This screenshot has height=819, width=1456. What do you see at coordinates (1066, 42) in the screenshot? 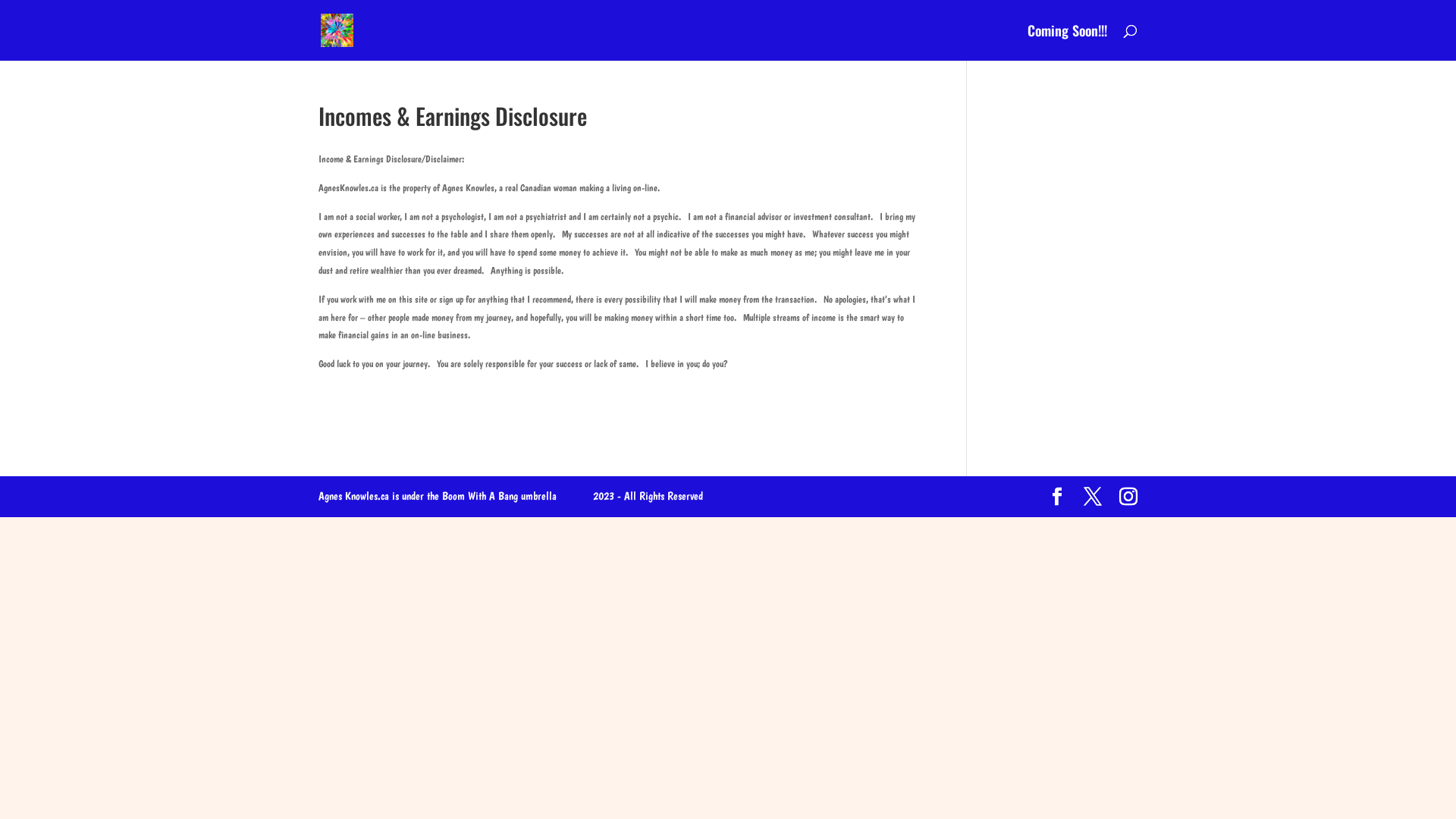
I see `'Coming Soon!!!'` at bounding box center [1066, 42].